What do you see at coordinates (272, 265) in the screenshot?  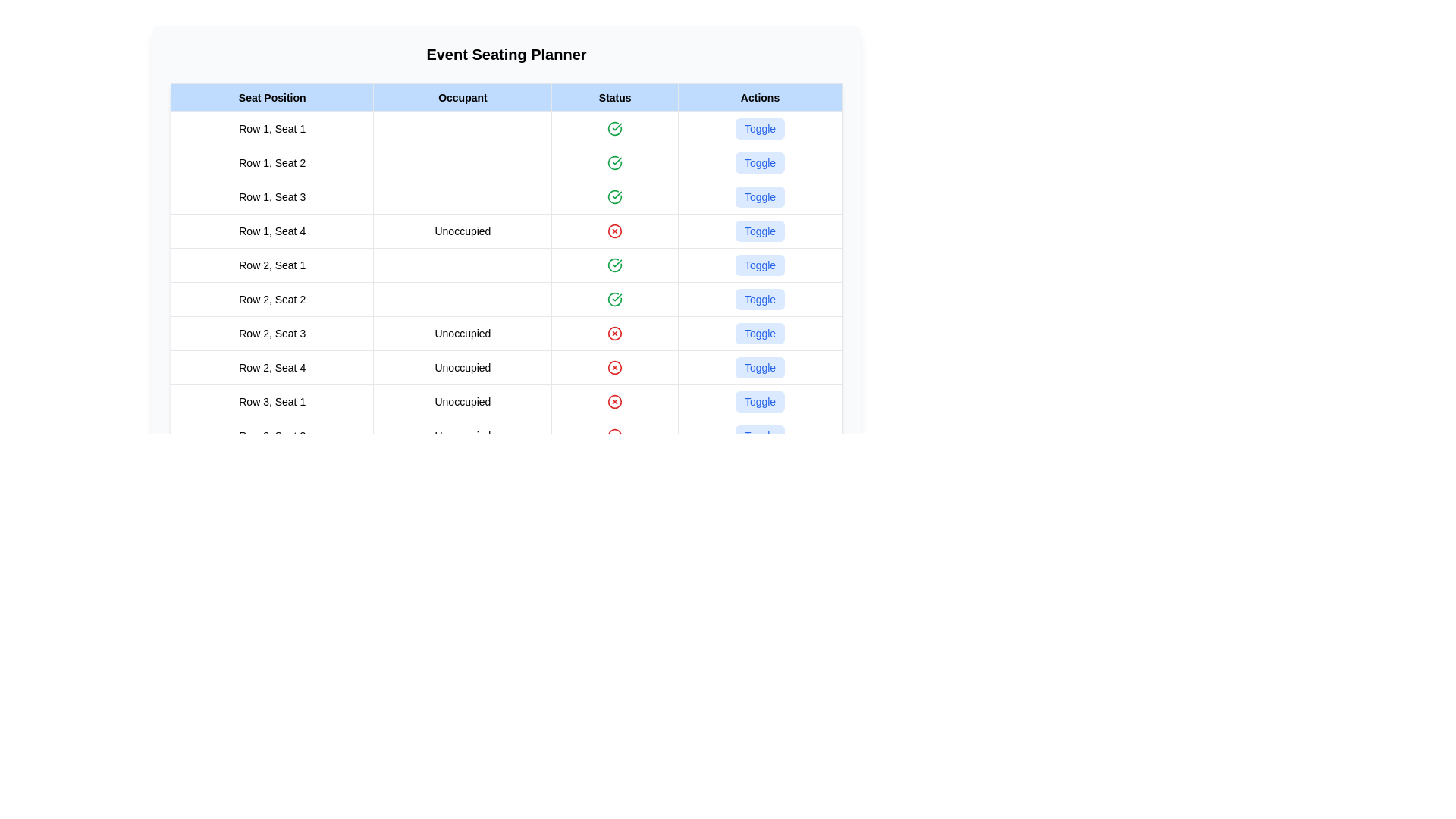 I see `information displayed in the Text element located in the first cell of Row 2 under the 'Seat Position' column of the event seating plan` at bounding box center [272, 265].